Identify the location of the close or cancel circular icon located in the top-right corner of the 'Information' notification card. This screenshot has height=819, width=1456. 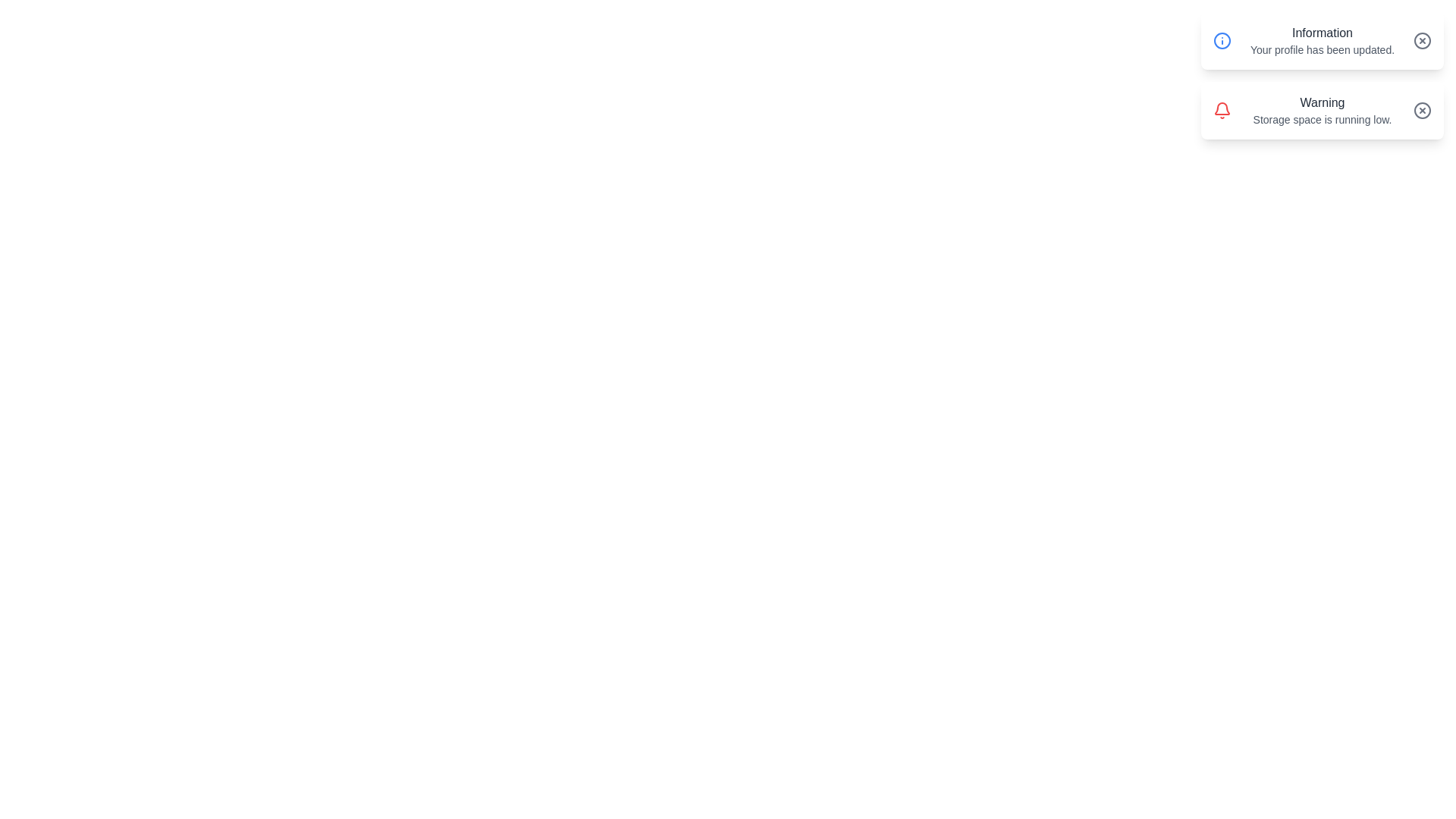
(1422, 40).